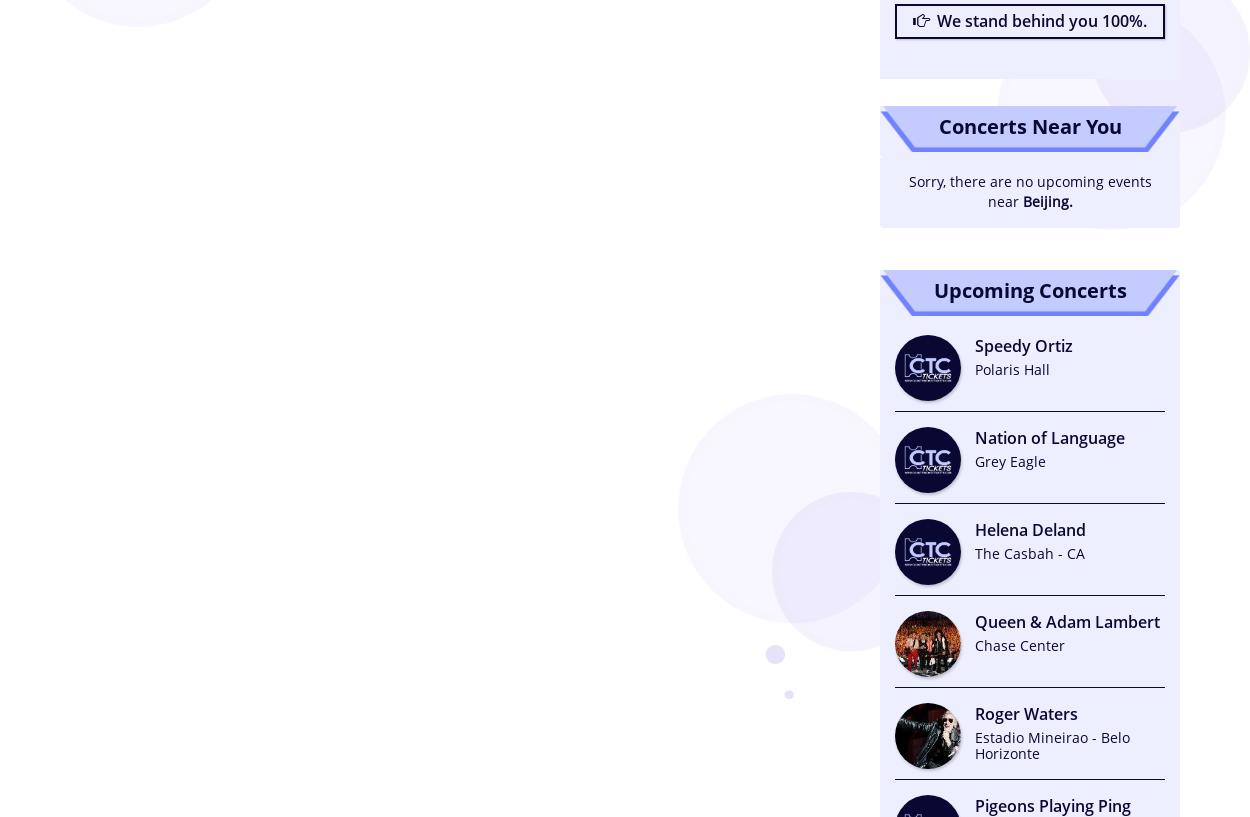 This screenshot has height=817, width=1250. What do you see at coordinates (974, 551) in the screenshot?
I see `'The Casbah - CA'` at bounding box center [974, 551].